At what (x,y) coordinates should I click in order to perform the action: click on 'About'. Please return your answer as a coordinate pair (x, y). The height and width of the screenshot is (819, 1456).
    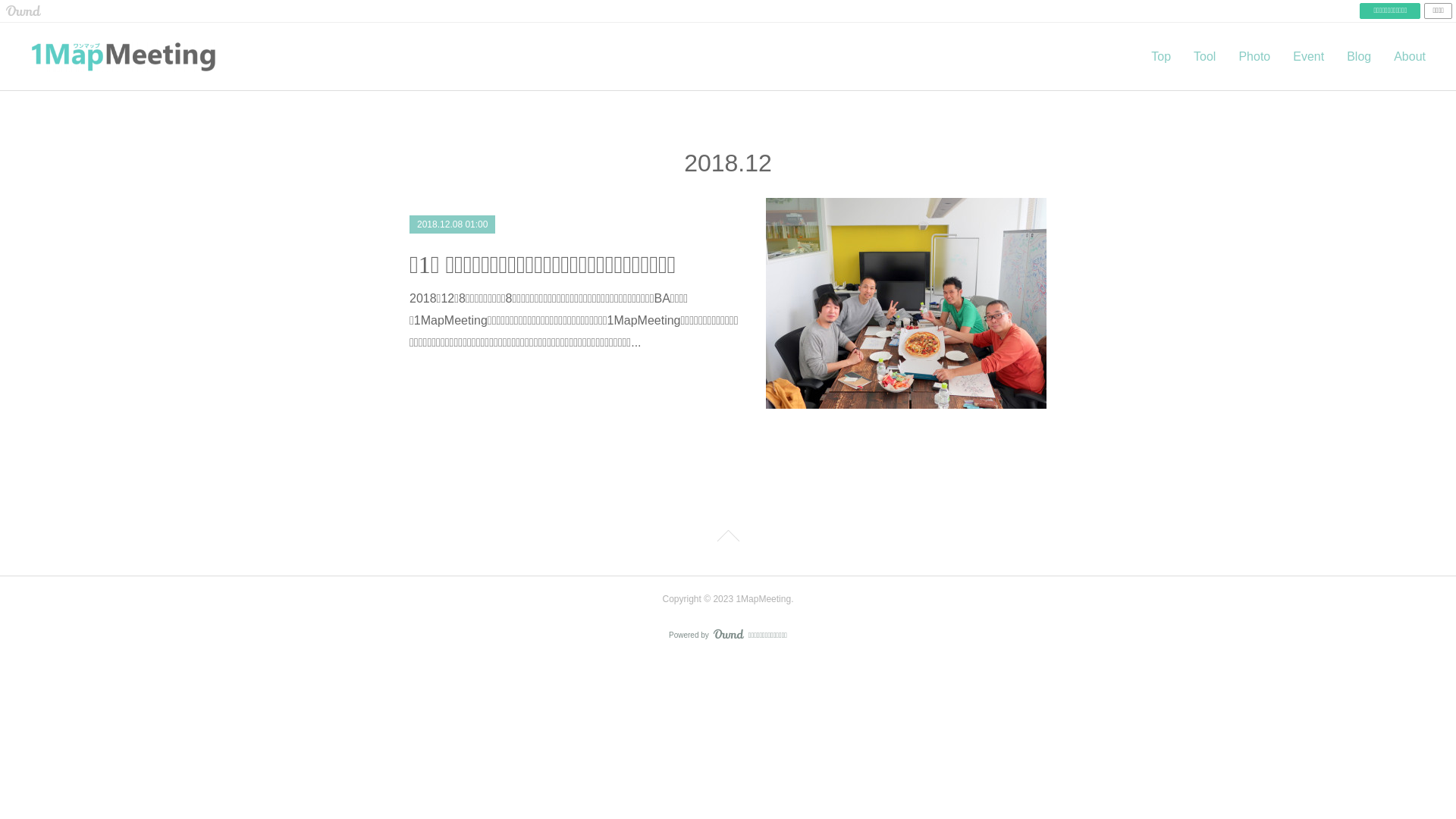
    Looking at the image, I should click on (1408, 55).